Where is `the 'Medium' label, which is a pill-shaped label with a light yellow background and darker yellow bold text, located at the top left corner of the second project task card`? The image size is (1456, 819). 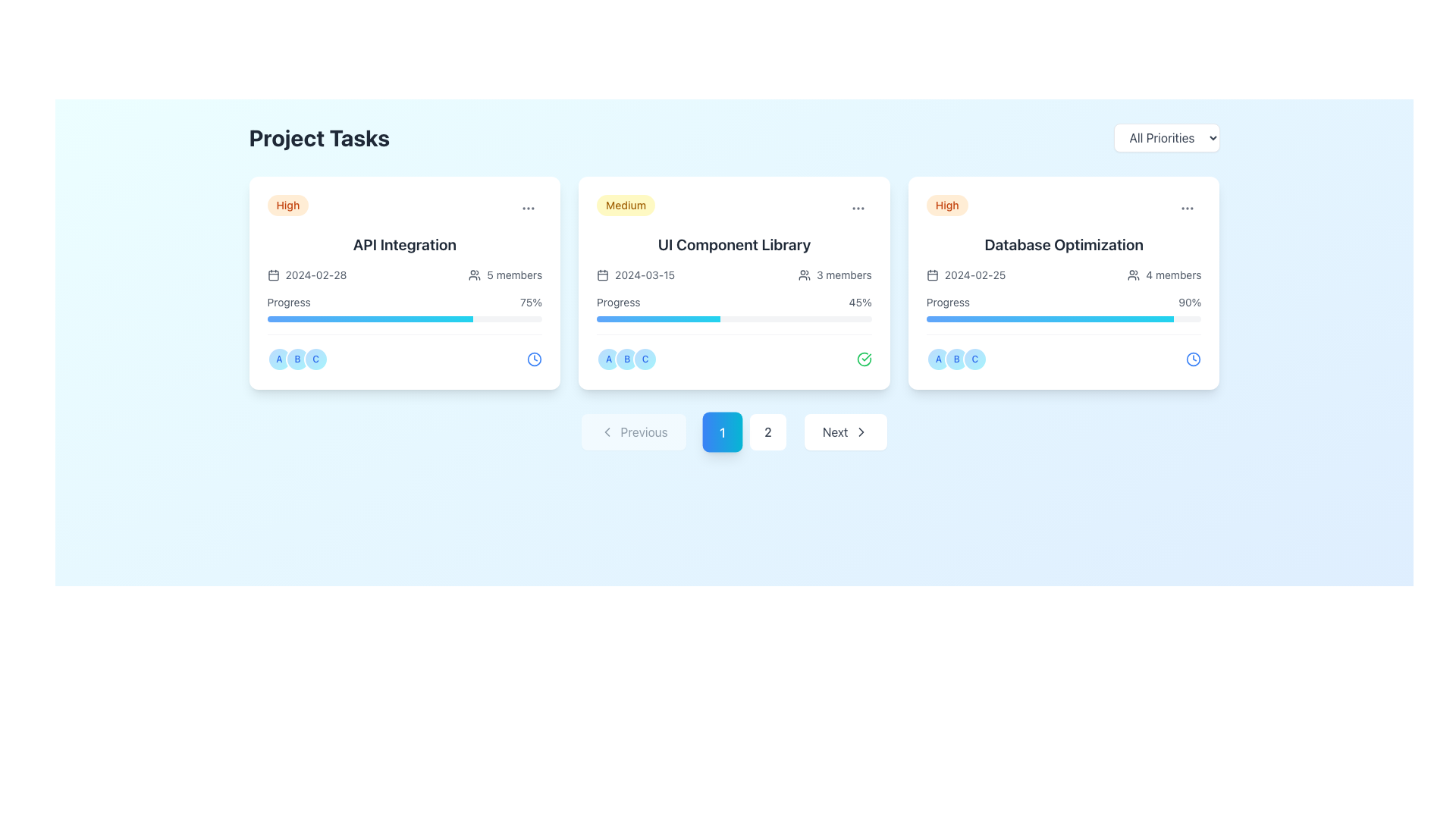
the 'Medium' label, which is a pill-shaped label with a light yellow background and darker yellow bold text, located at the top left corner of the second project task card is located at coordinates (626, 205).